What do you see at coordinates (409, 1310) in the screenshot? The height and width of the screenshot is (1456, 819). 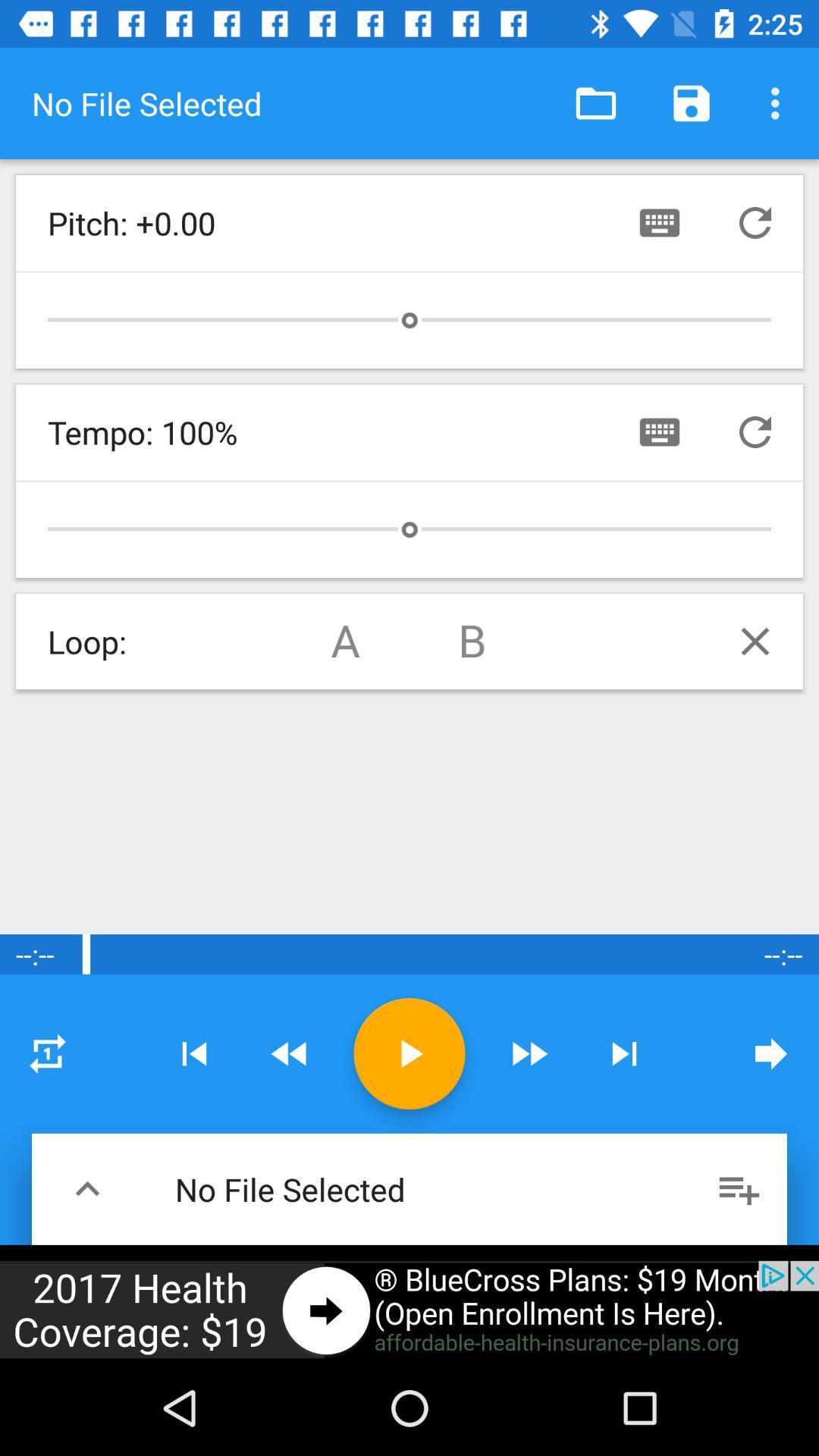 I see `view advertisement` at bounding box center [409, 1310].